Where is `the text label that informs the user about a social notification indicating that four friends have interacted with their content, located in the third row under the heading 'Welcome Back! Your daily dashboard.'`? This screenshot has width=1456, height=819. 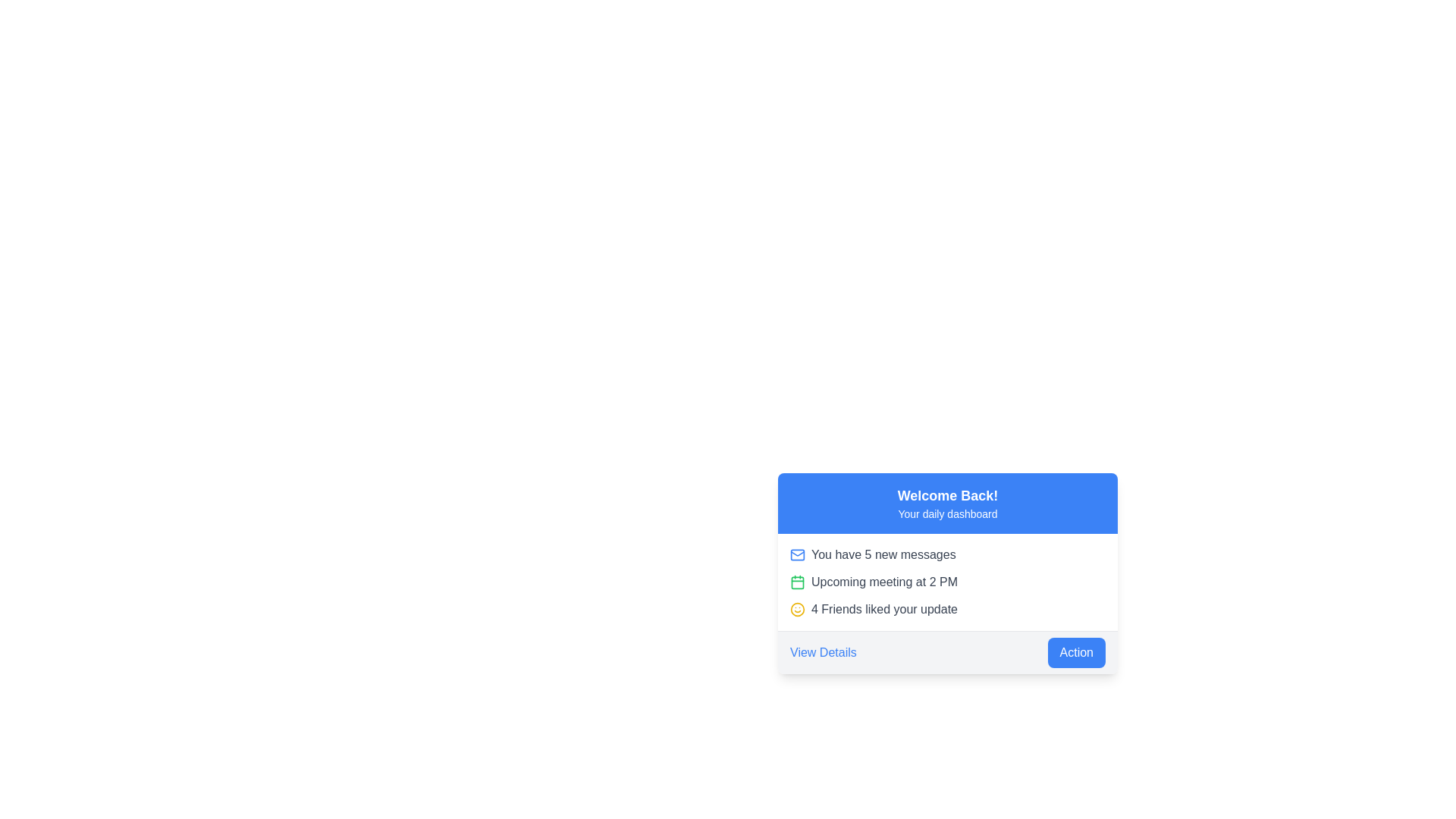
the text label that informs the user about a social notification indicating that four friends have interacted with their content, located in the third row under the heading 'Welcome Back! Your daily dashboard.' is located at coordinates (884, 608).